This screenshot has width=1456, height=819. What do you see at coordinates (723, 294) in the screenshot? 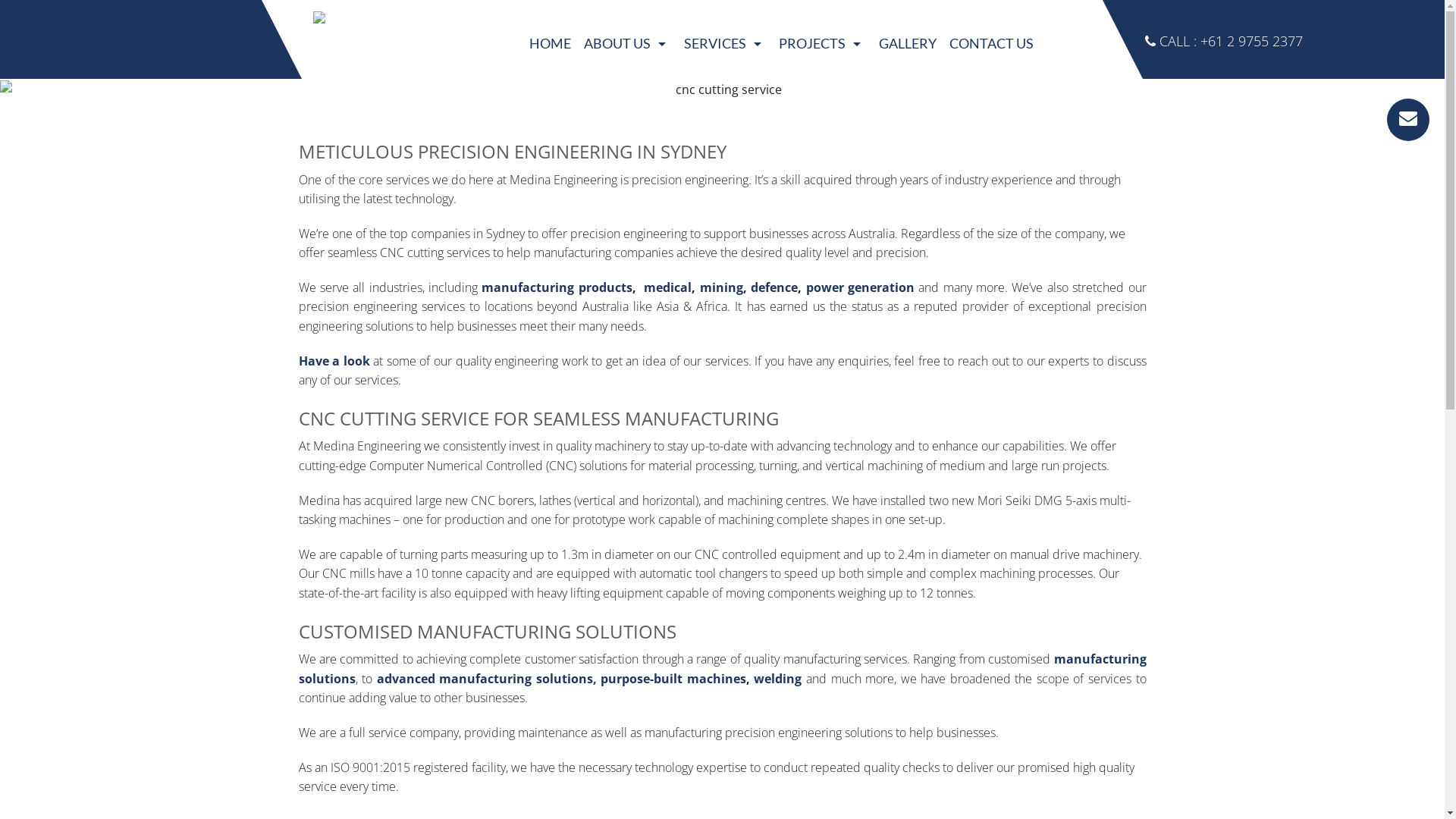
I see `'OILES DISTRIBUTION'` at bounding box center [723, 294].